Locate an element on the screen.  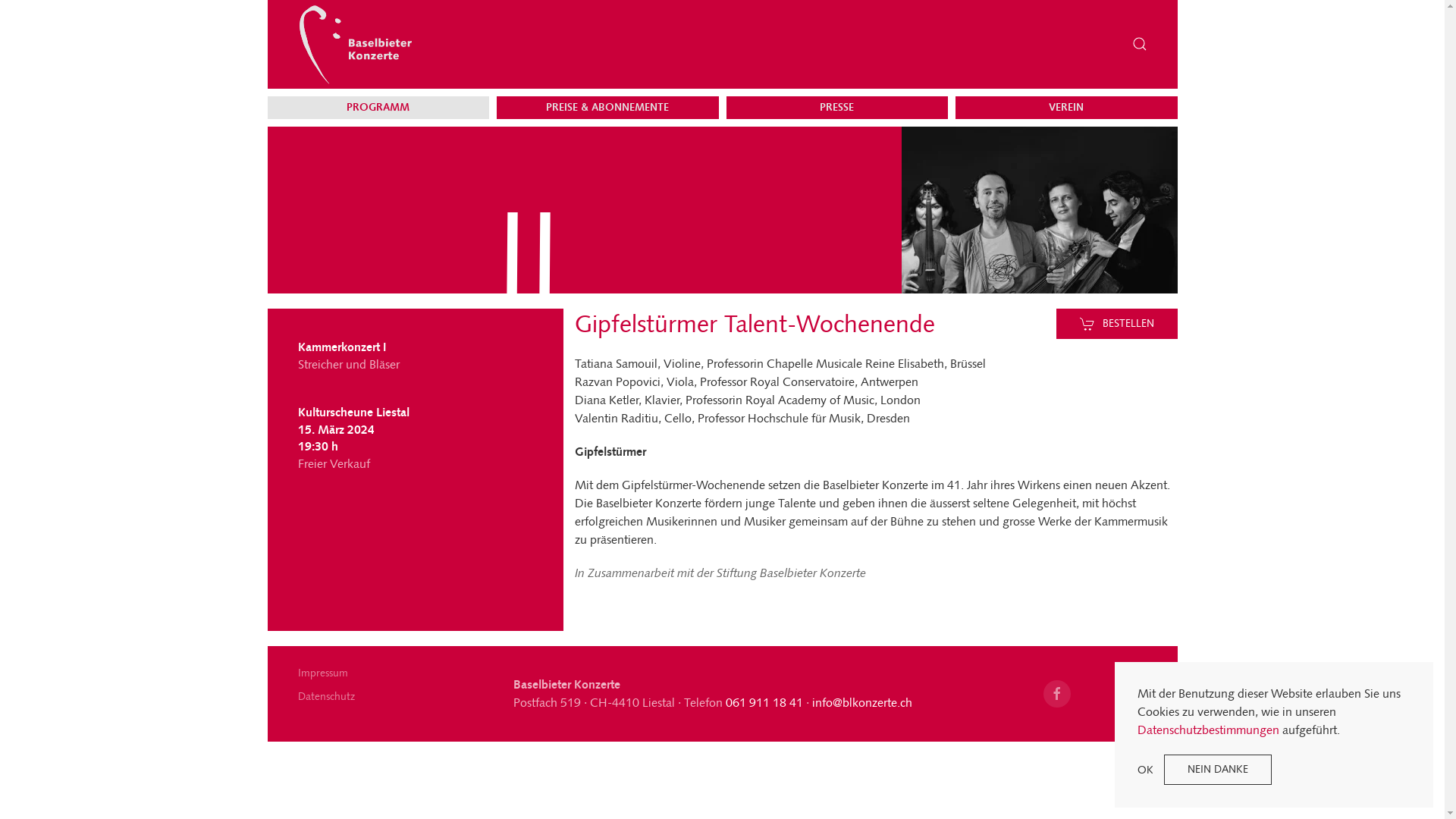
'OK' is located at coordinates (1145, 769).